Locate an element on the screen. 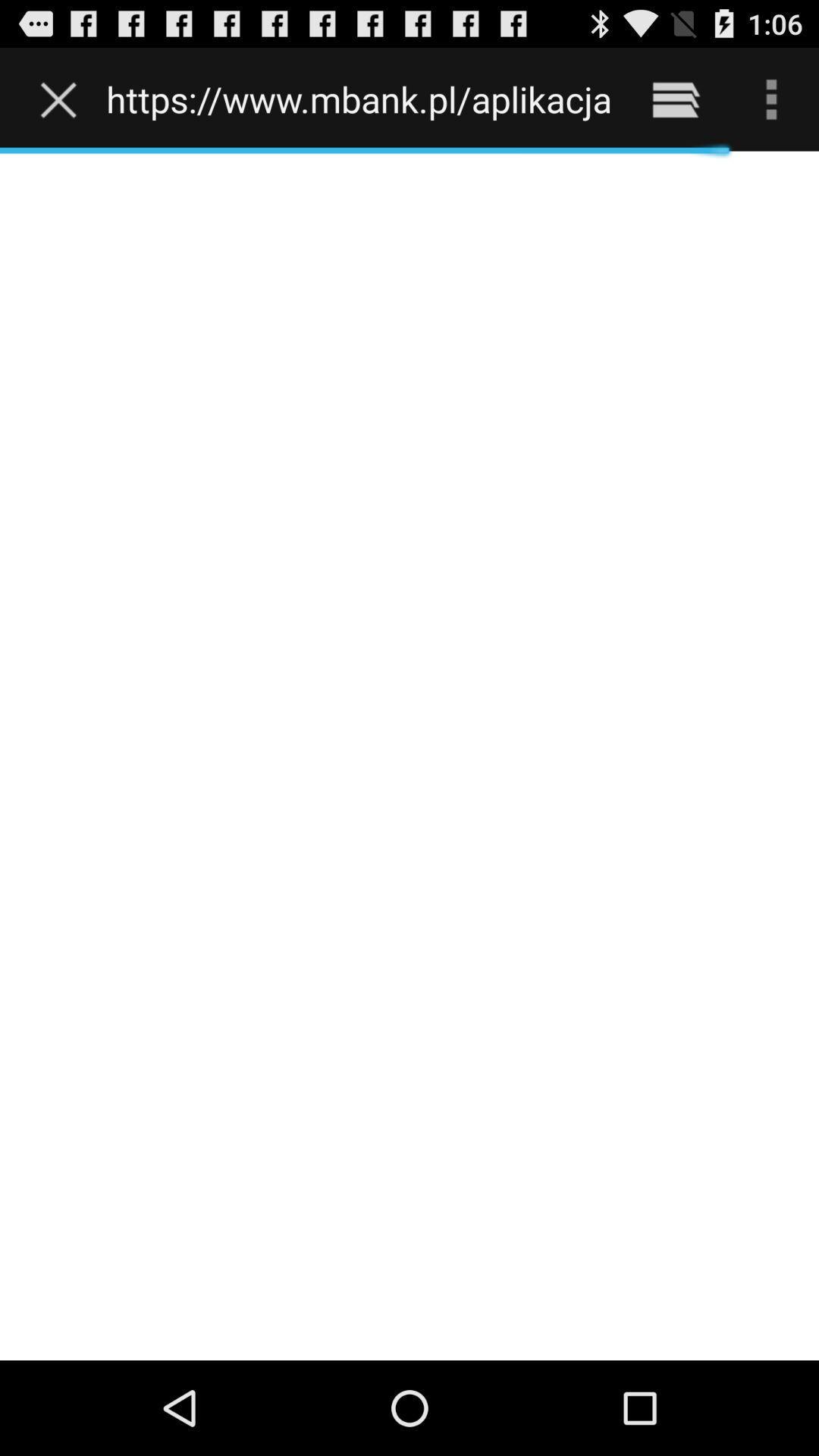 The height and width of the screenshot is (1456, 819). the icon next to https www mbank is located at coordinates (675, 99).